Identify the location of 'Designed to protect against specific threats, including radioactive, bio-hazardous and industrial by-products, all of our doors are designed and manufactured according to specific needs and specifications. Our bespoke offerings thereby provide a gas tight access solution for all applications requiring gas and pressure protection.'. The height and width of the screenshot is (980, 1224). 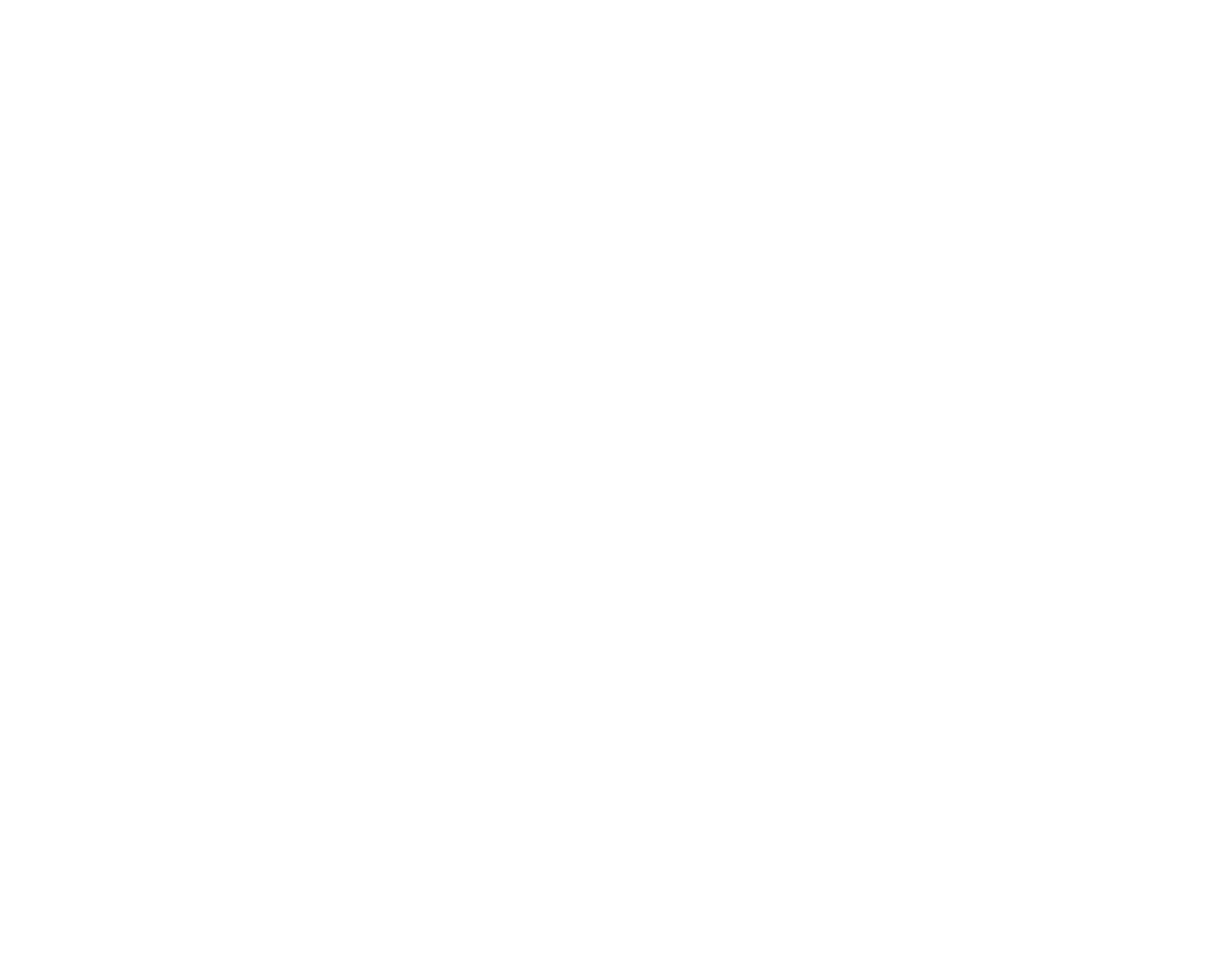
(619, 142).